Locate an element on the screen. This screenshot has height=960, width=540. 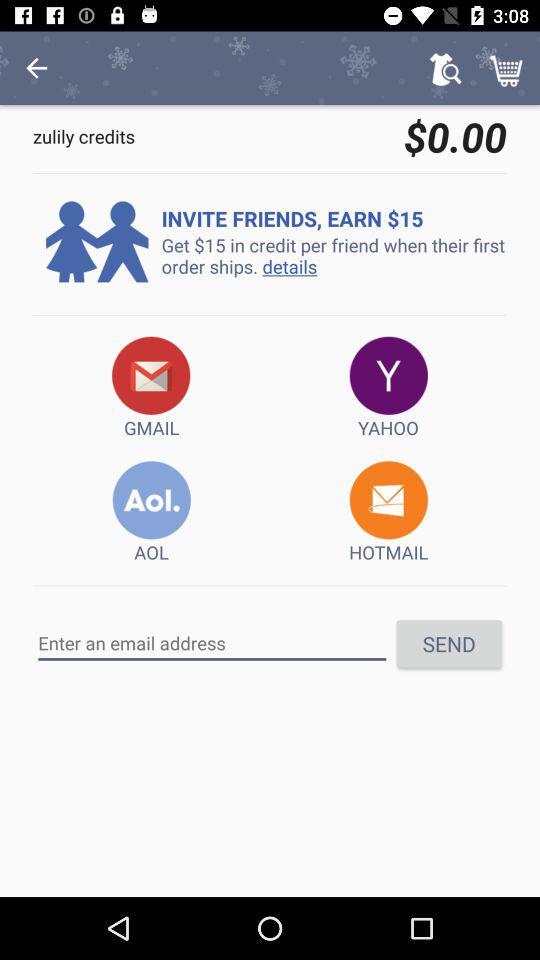
aol item is located at coordinates (150, 512).